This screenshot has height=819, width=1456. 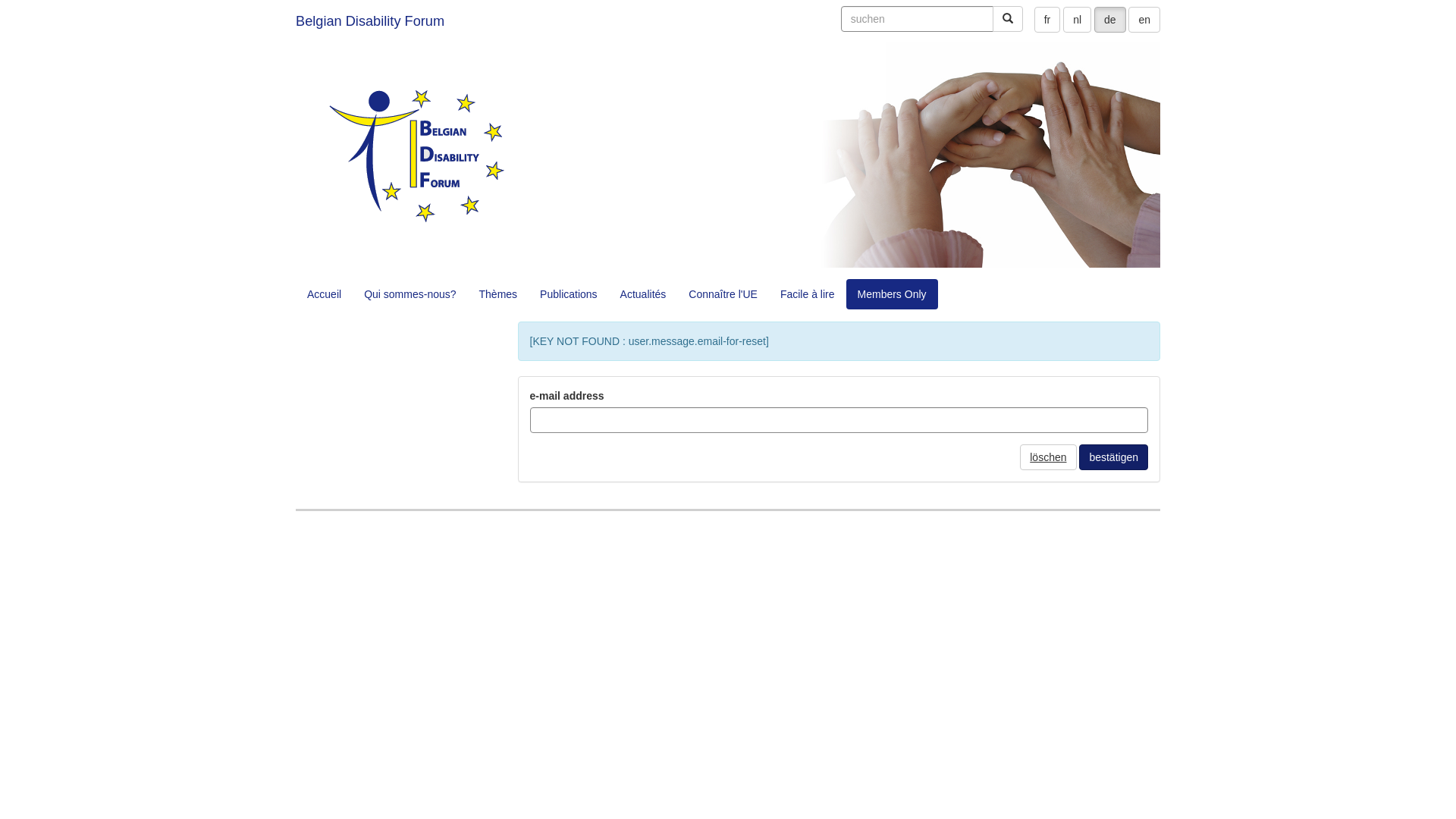 What do you see at coordinates (370, 20) in the screenshot?
I see `'Belgian Disability Forum'` at bounding box center [370, 20].